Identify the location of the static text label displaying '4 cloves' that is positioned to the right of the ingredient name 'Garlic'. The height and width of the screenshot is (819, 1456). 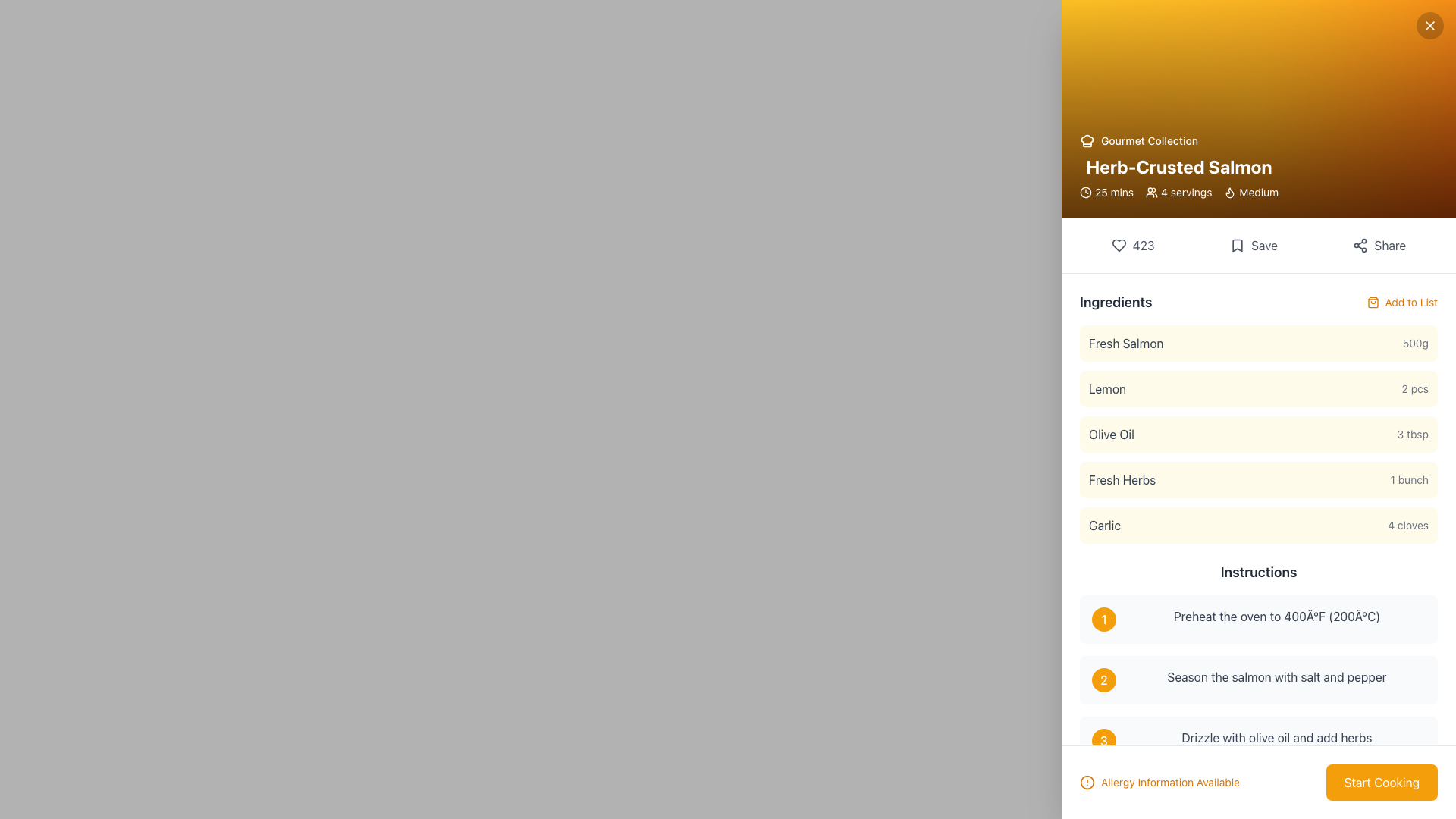
(1407, 525).